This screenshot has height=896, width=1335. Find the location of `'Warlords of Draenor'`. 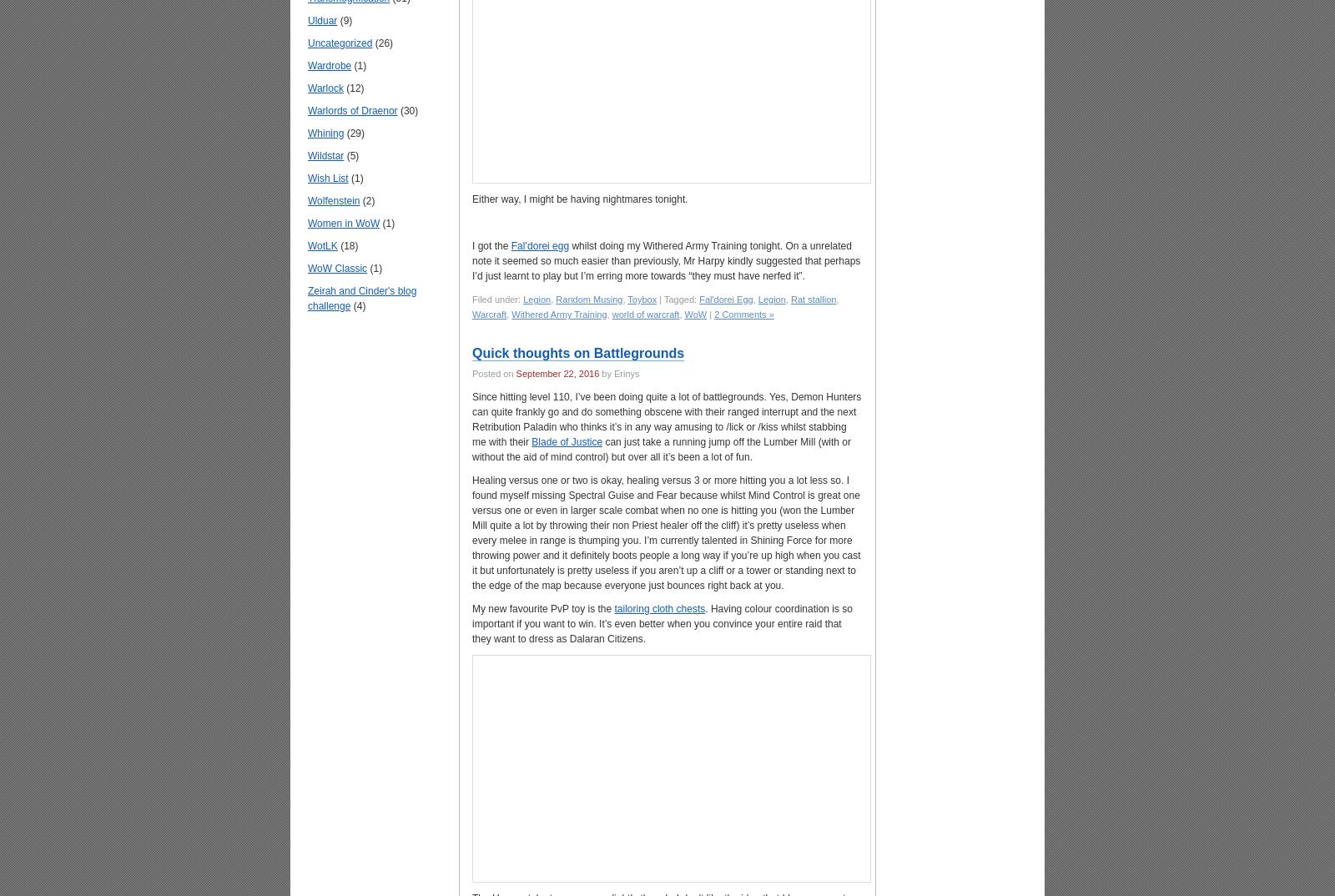

'Warlords of Draenor' is located at coordinates (351, 108).